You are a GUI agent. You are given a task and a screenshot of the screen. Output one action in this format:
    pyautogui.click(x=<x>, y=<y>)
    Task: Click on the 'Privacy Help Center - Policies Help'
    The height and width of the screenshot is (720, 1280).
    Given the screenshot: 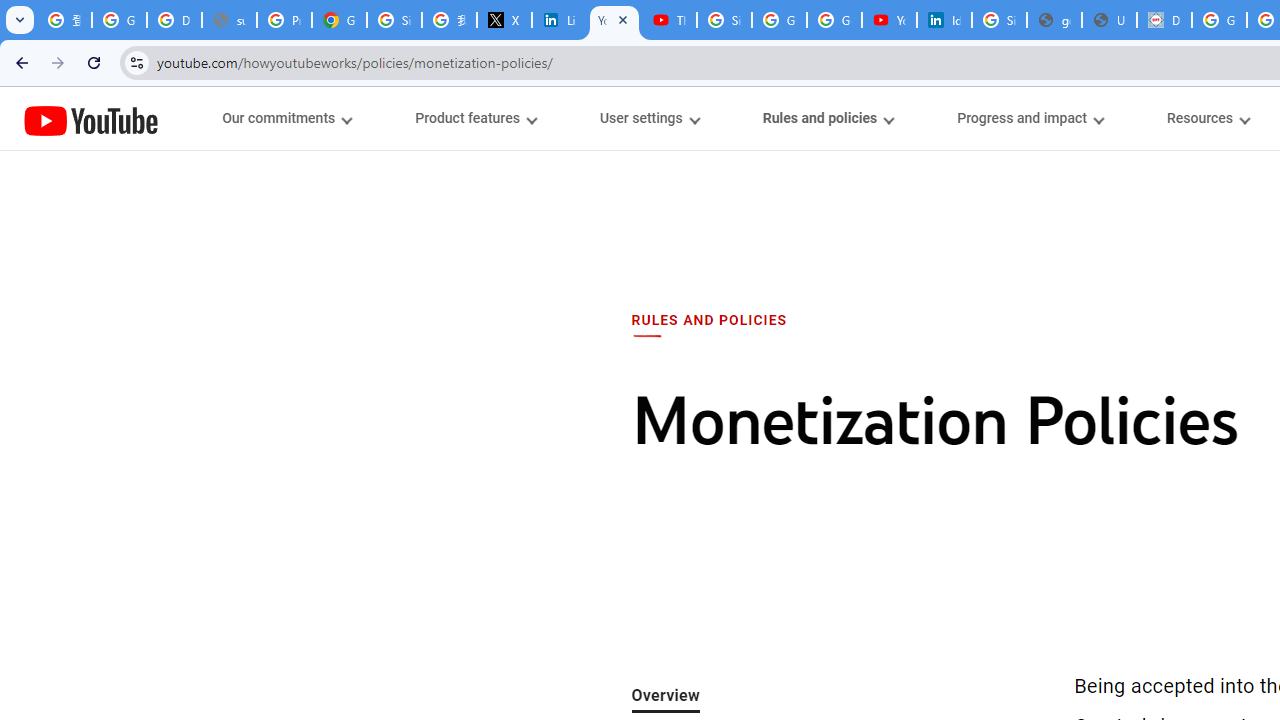 What is the action you would take?
    pyautogui.click(x=283, y=20)
    